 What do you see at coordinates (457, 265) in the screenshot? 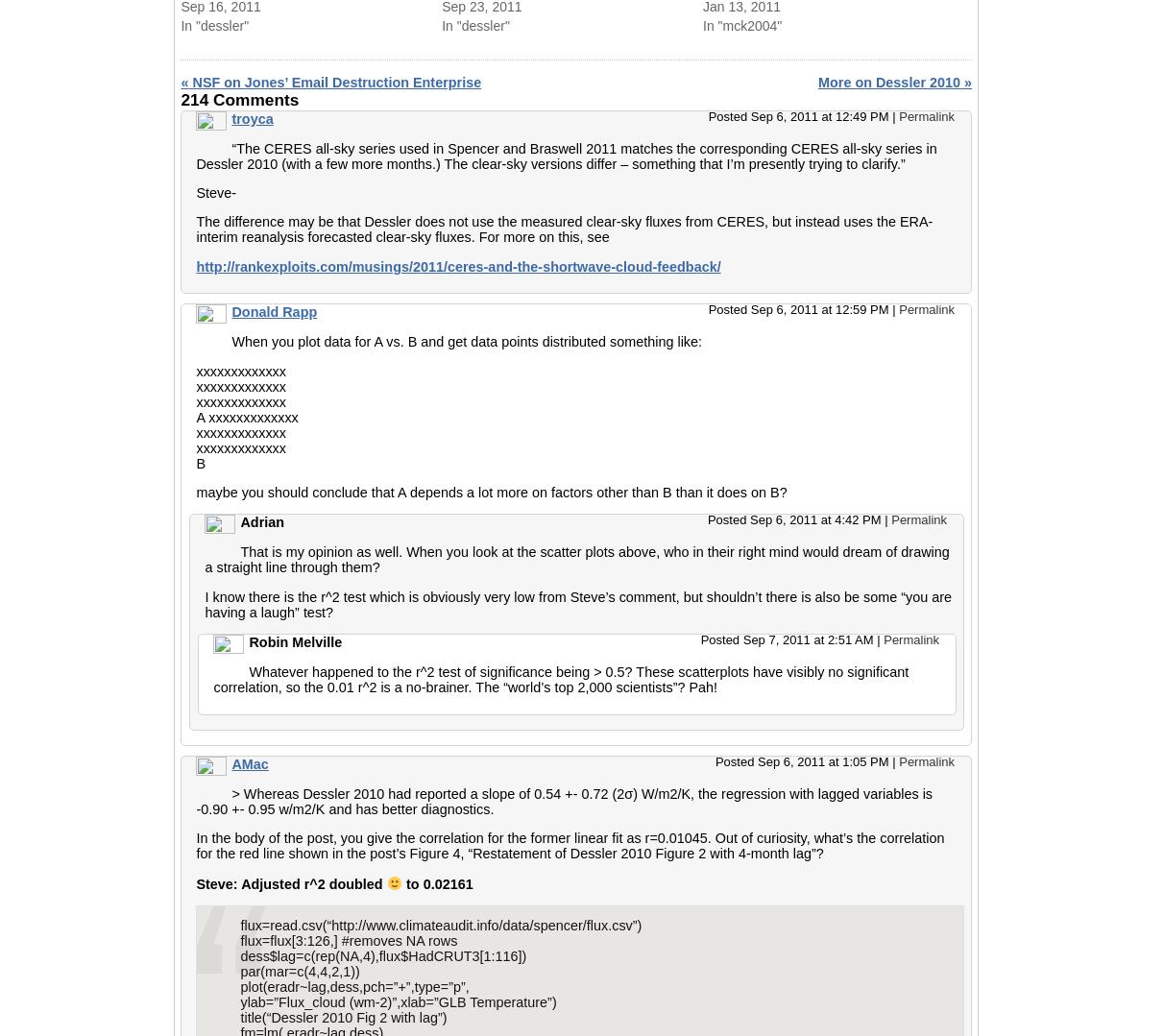
I see `'http://rankexploits.com/musings/2011/ceres-and-the-shortwave-cloud-feedback/'` at bounding box center [457, 265].